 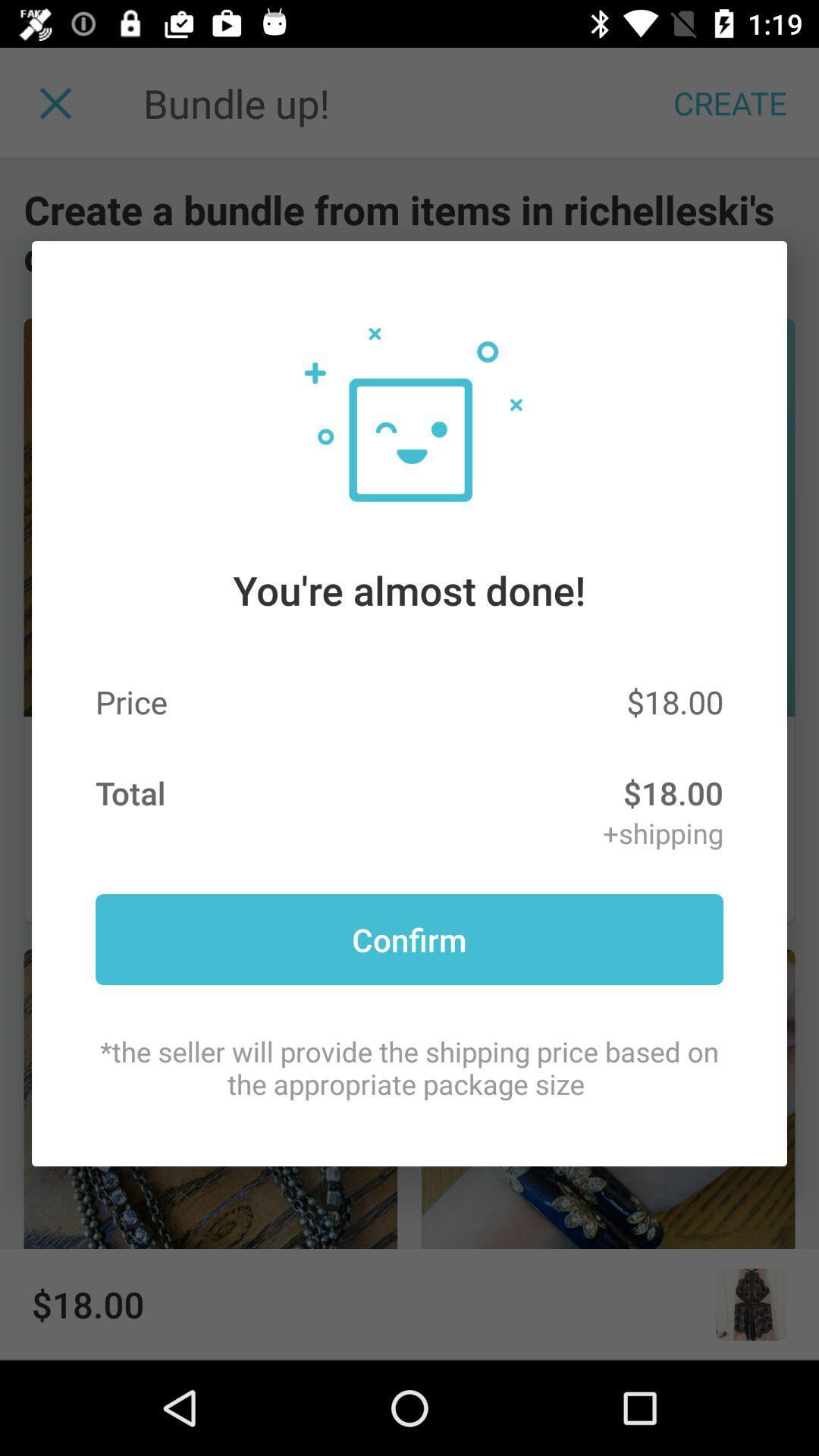 I want to click on the item below +shipping, so click(x=409, y=938).